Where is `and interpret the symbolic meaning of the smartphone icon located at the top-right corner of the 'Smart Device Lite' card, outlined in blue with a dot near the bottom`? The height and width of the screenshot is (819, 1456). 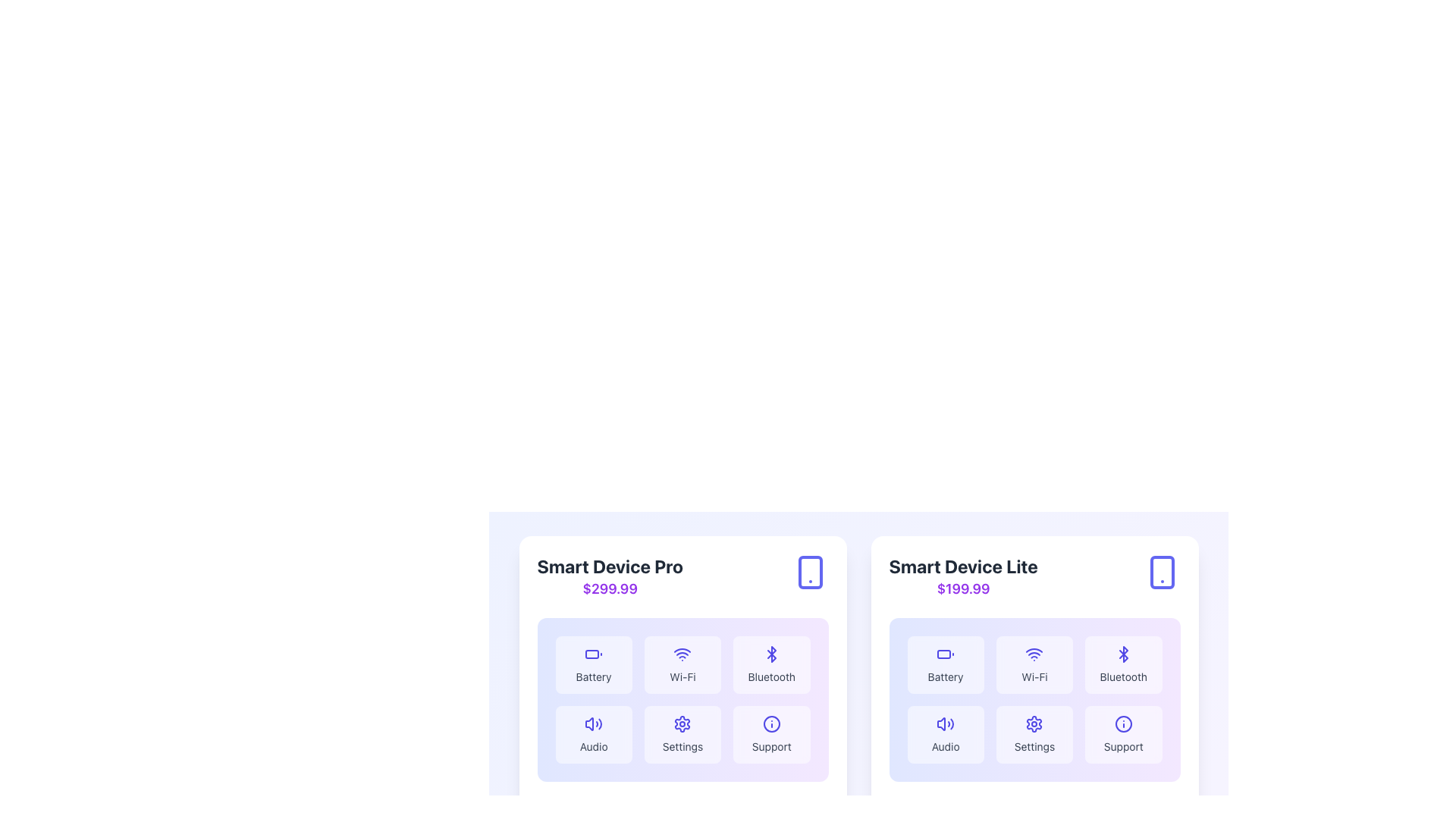
and interpret the symbolic meaning of the smartphone icon located at the top-right corner of the 'Smart Device Lite' card, outlined in blue with a dot near the bottom is located at coordinates (1161, 573).